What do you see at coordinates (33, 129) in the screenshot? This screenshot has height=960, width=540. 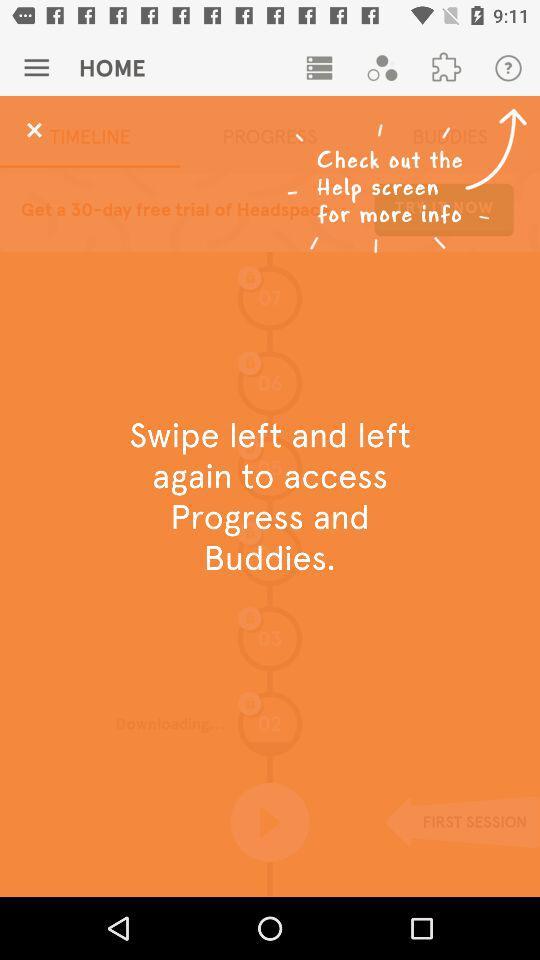 I see `go back` at bounding box center [33, 129].